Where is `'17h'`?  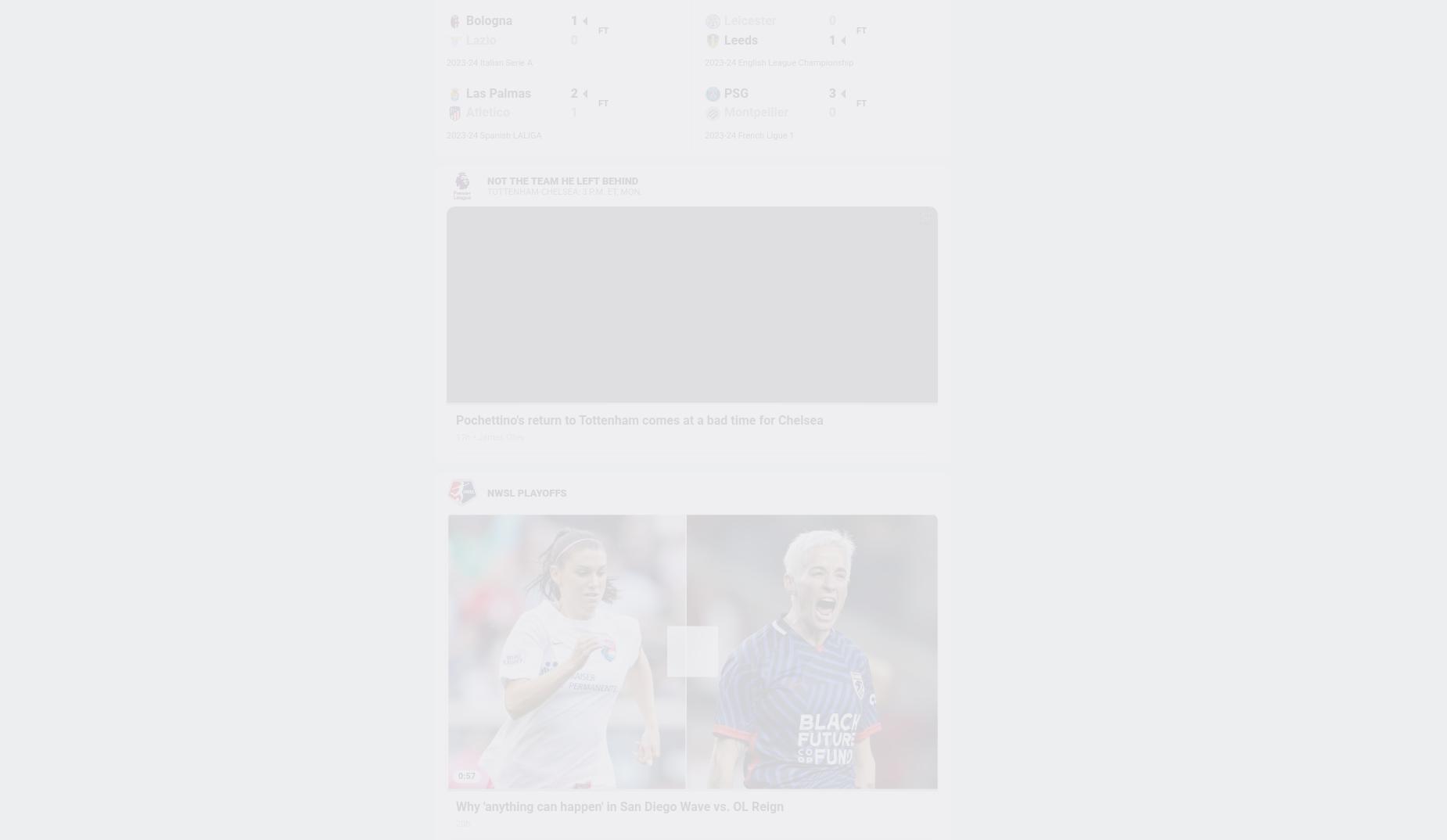
'17h' is located at coordinates (463, 436).